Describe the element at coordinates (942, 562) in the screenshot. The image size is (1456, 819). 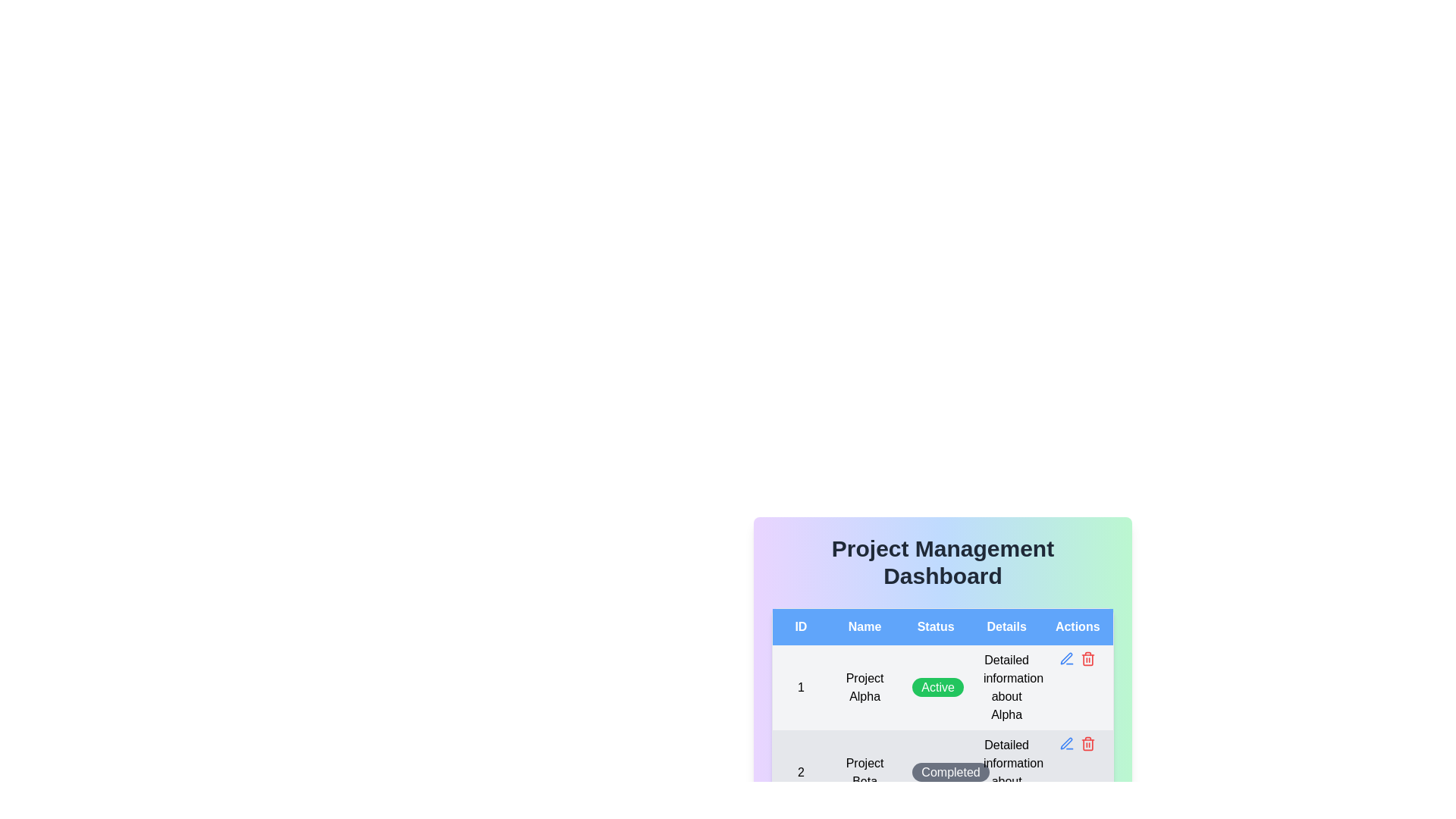
I see `text from the Heading or Title Text Block, which serves as a title for the dashboard section, indicating the content and purpose of the displayed project information` at that location.